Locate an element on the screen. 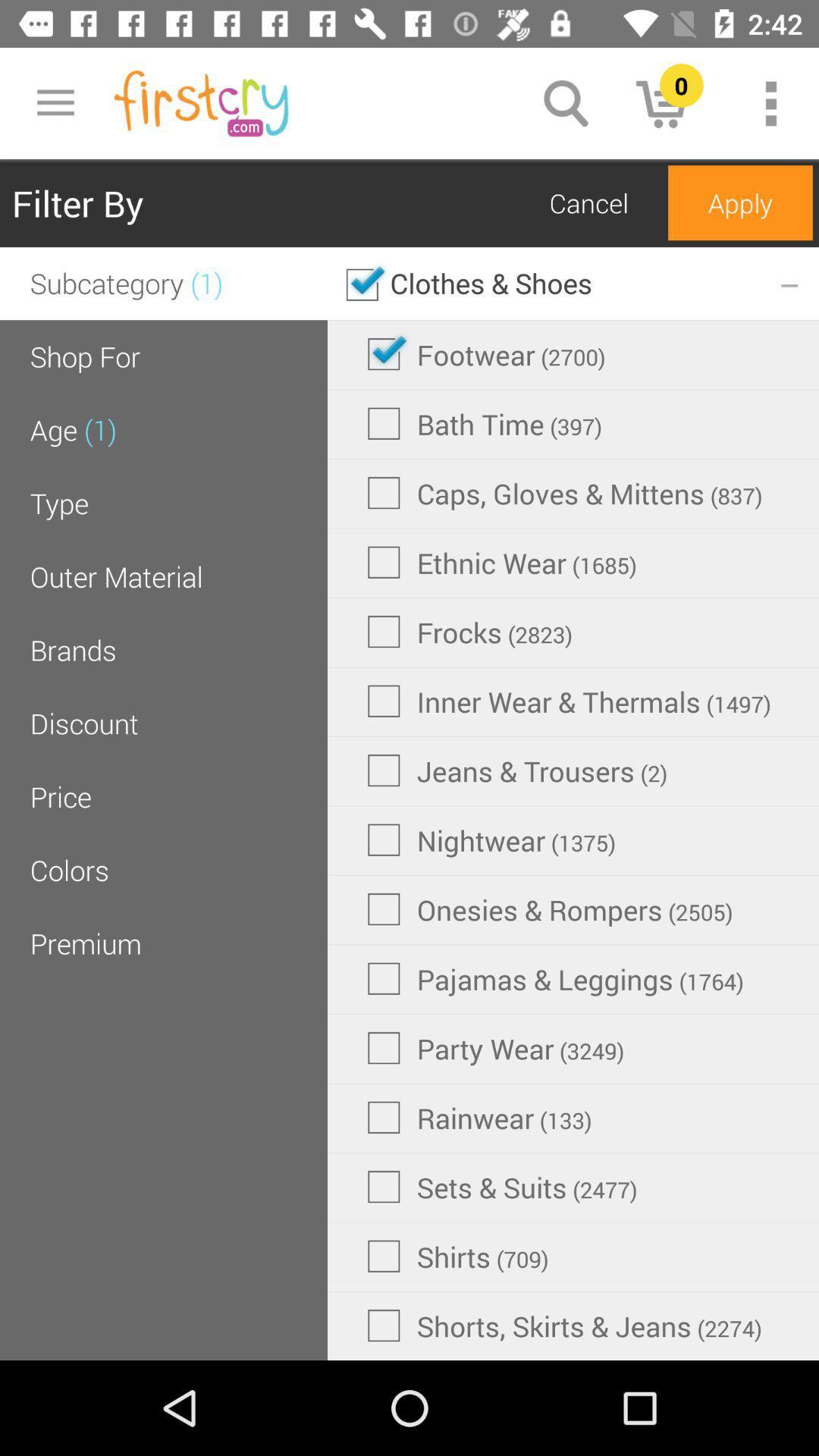 The width and height of the screenshot is (819, 1456). the item to the left of onesies & rompers (2505) is located at coordinates (86, 943).